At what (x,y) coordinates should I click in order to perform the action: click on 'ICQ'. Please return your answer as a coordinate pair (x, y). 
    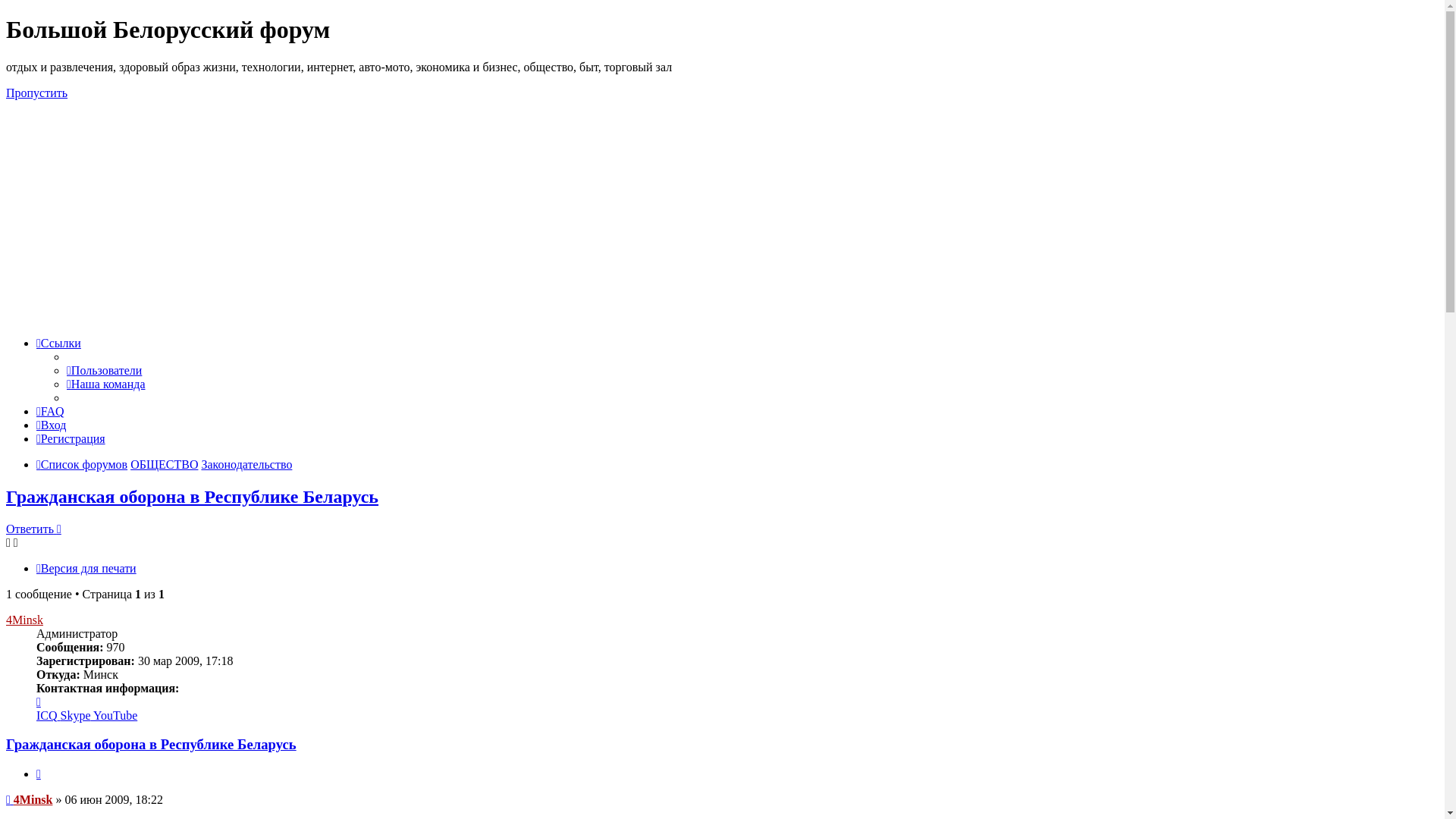
    Looking at the image, I should click on (48, 715).